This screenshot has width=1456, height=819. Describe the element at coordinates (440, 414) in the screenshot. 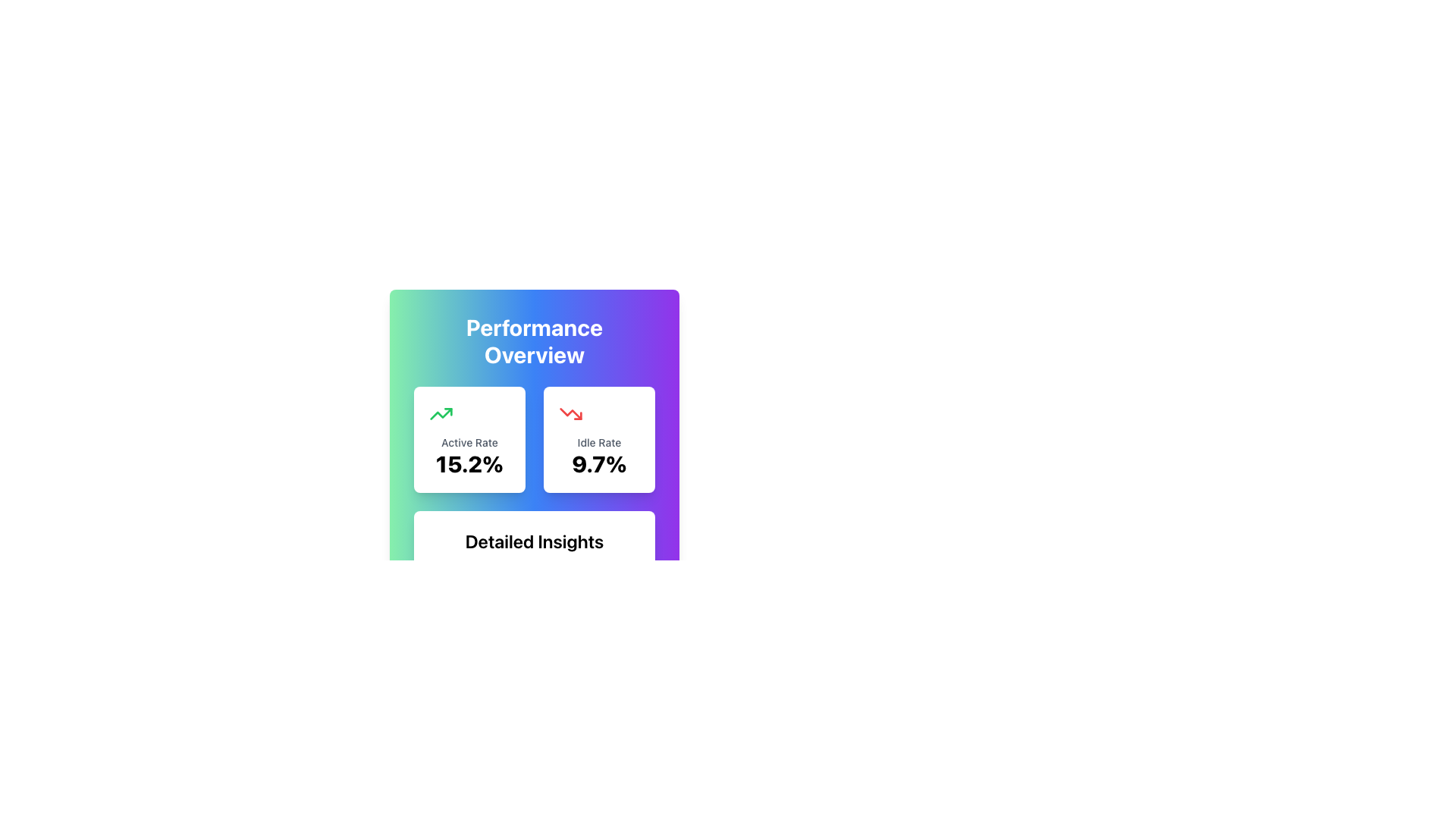

I see `the positive trend icon located at the top-left of the 'Active Rate' card, which visually represents an increase related to the 'Active Rate' of 15.2%` at that location.